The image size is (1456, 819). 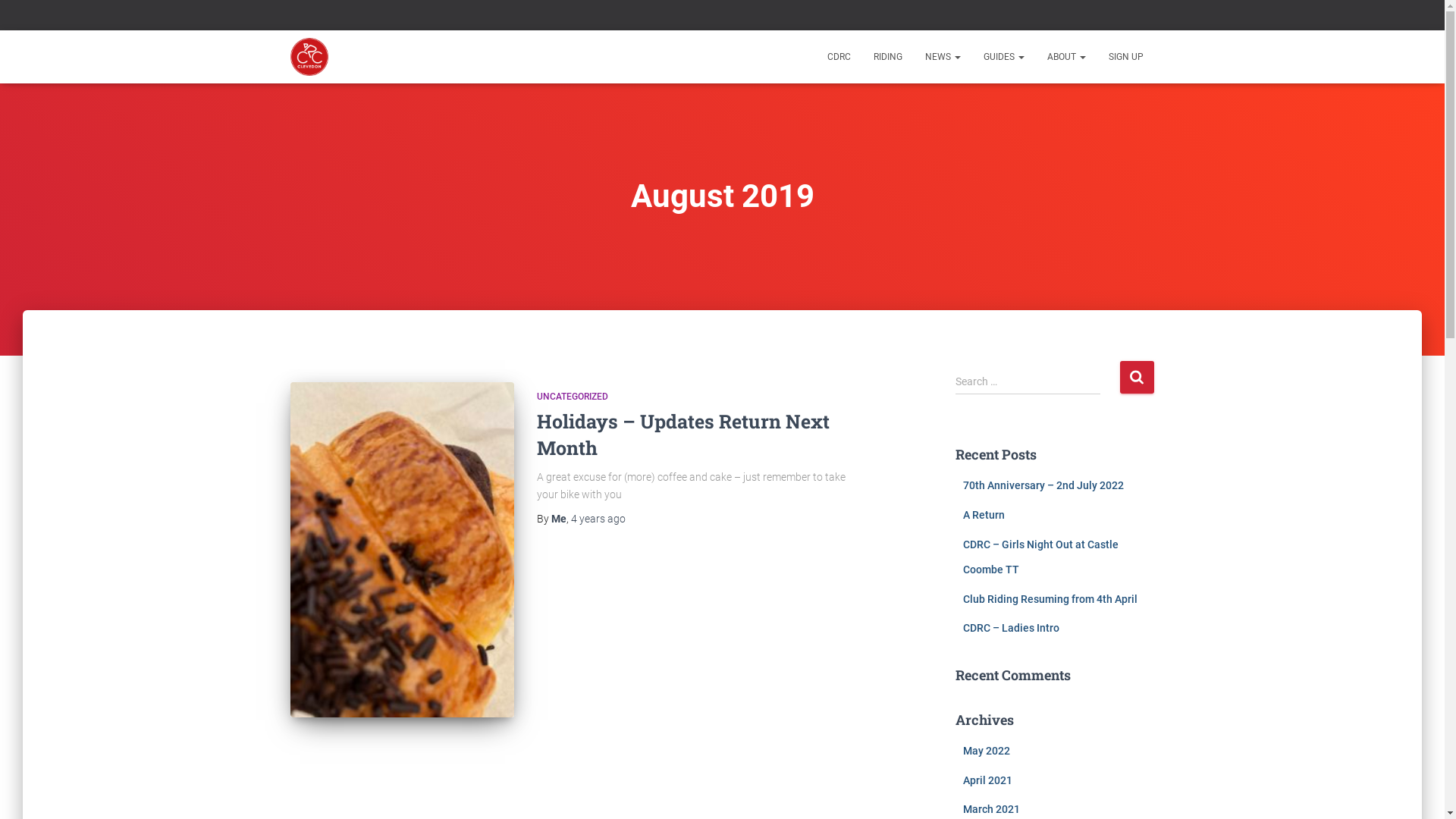 What do you see at coordinates (309, 55) in the screenshot?
I see `'CDRC'` at bounding box center [309, 55].